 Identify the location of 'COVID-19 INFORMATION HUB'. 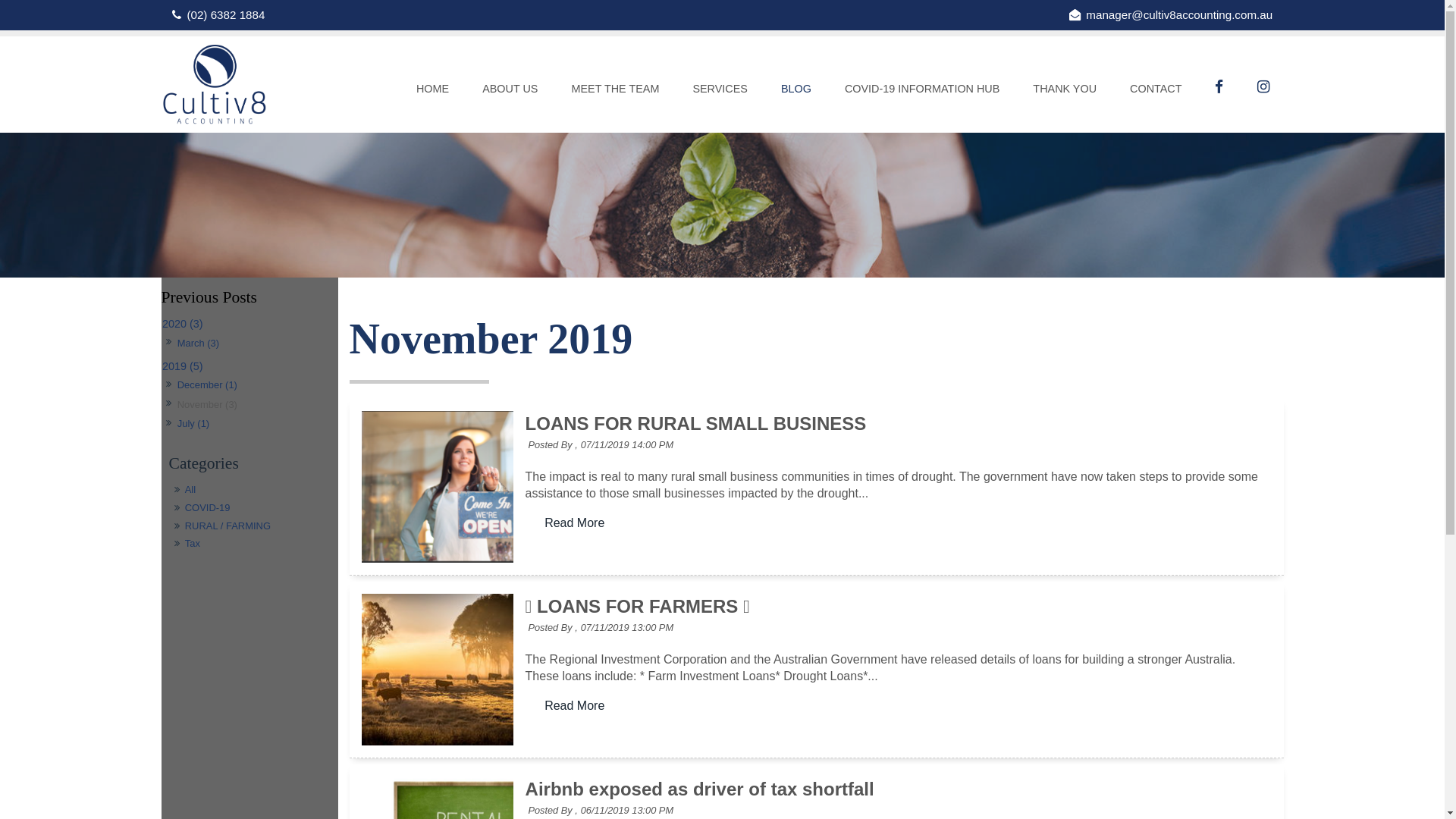
(921, 90).